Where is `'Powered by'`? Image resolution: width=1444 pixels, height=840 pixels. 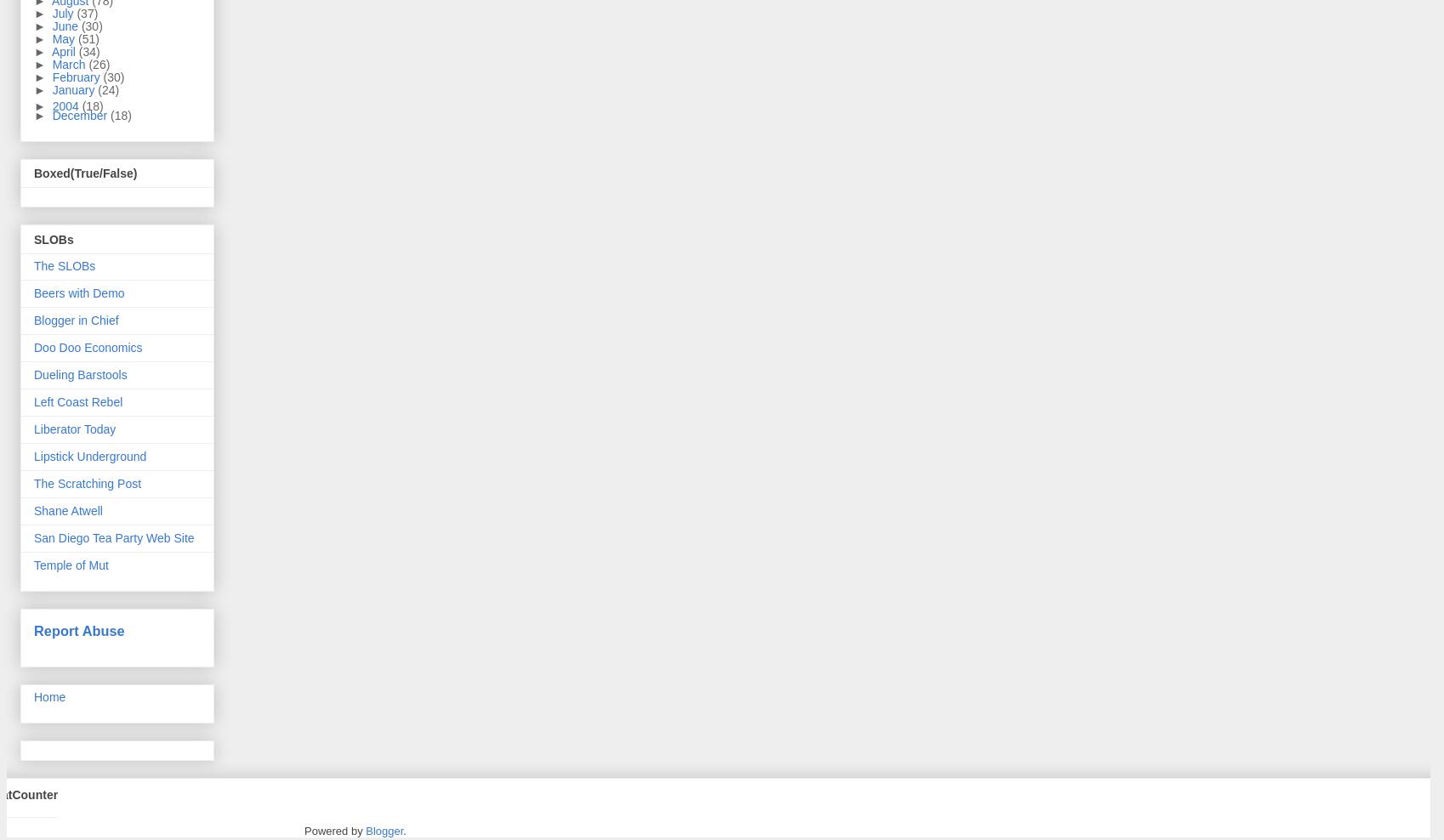 'Powered by' is located at coordinates (304, 831).